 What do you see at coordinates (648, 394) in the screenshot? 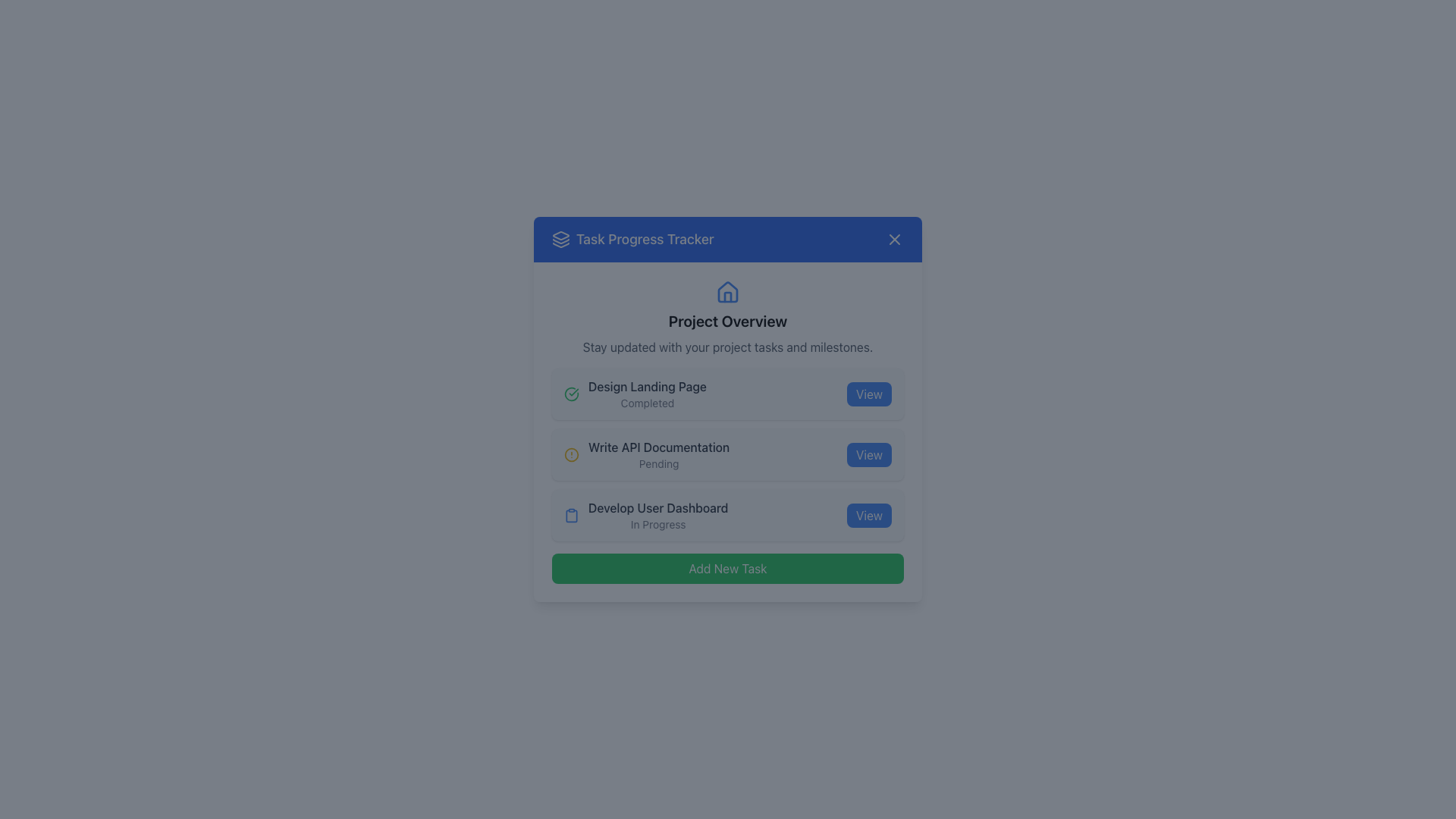
I see `the text label displaying 'Design Landing Page' with the smaller text 'Completed' below it, located at the top of a list of task cards` at bounding box center [648, 394].